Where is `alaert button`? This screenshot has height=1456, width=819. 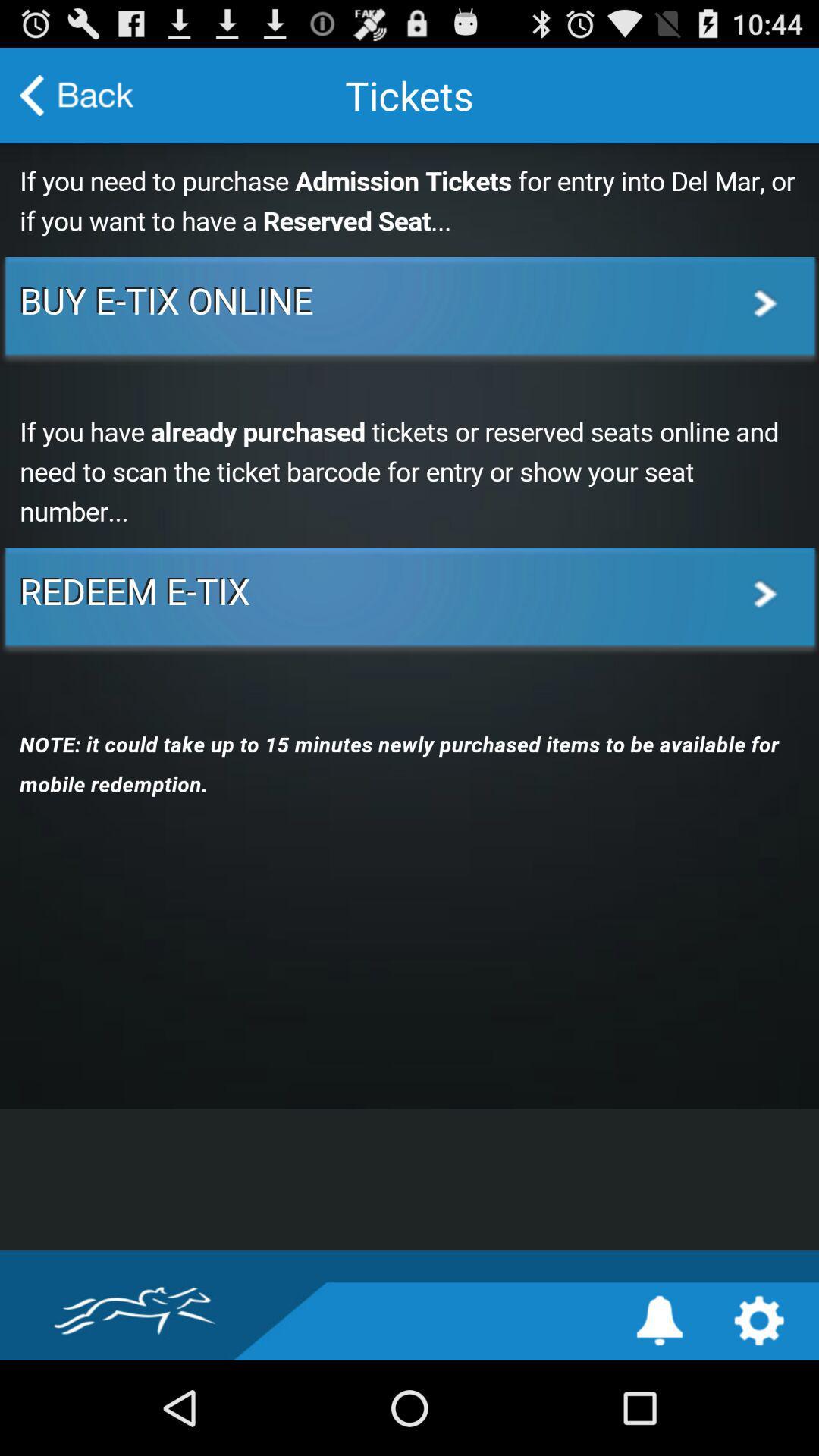 alaert button is located at coordinates (659, 1319).